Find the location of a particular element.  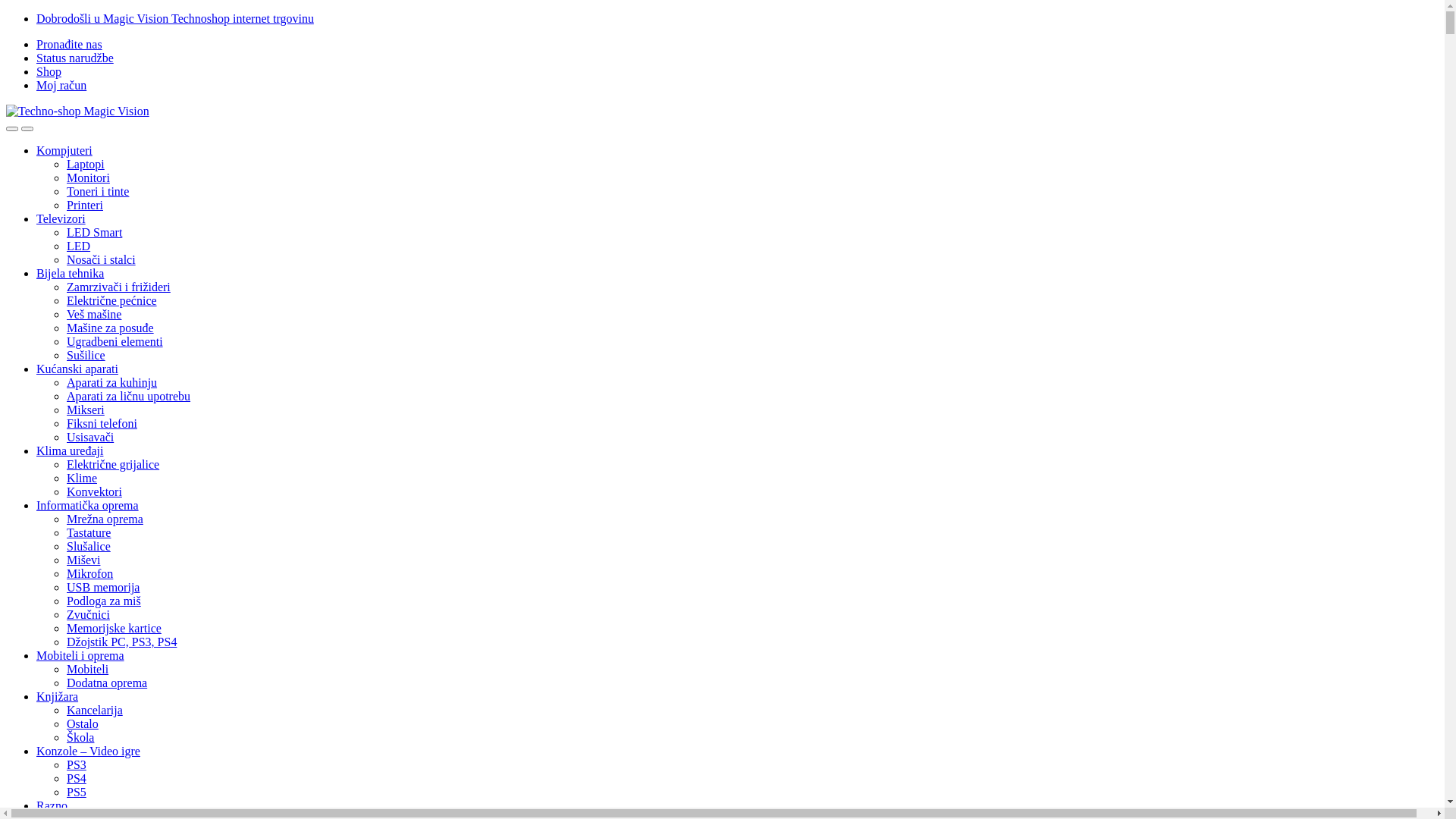

'PS5' is located at coordinates (75, 791).